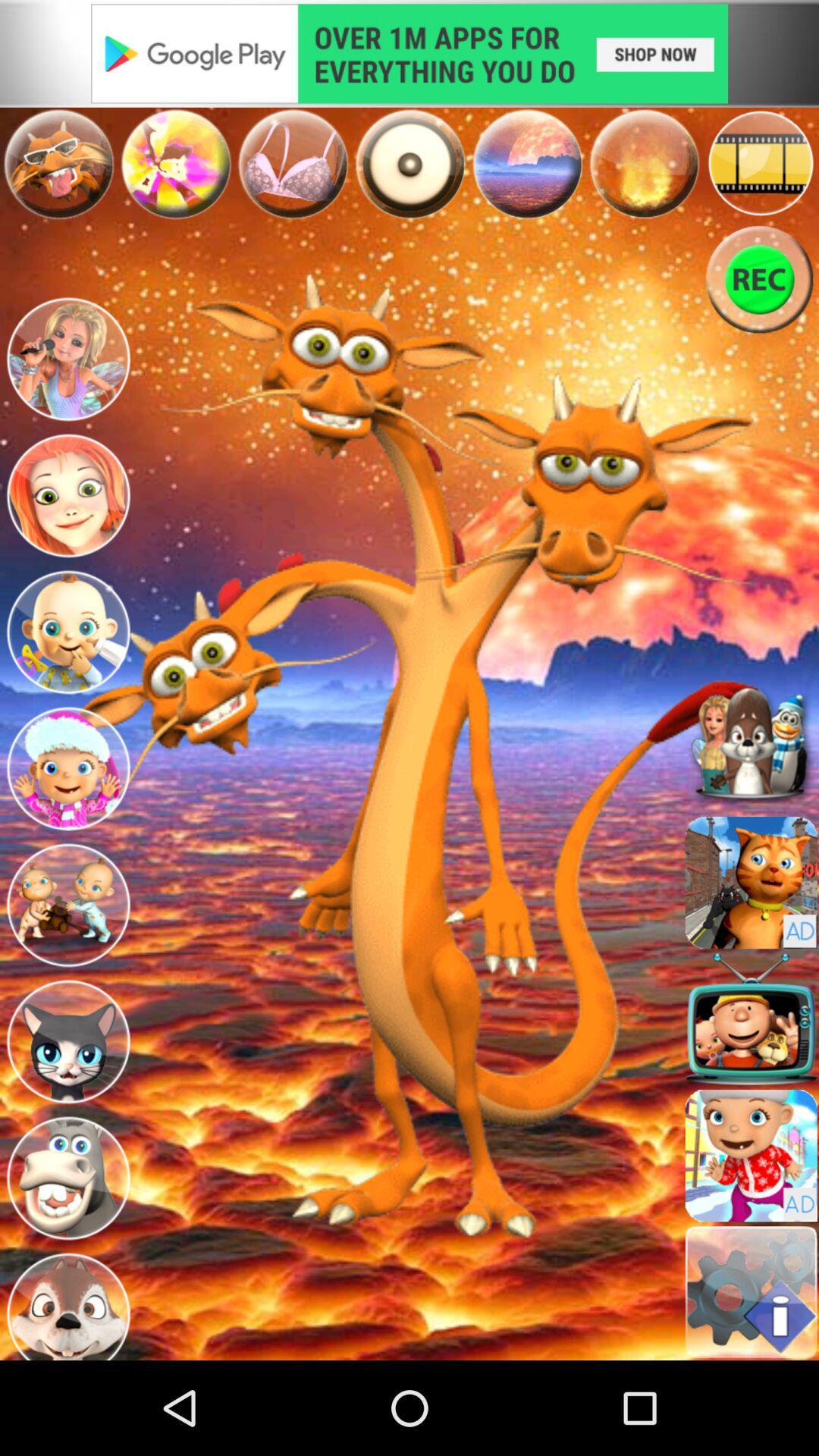 Image resolution: width=819 pixels, height=1456 pixels. Describe the element at coordinates (409, 53) in the screenshot. I see `advertisement bar` at that location.